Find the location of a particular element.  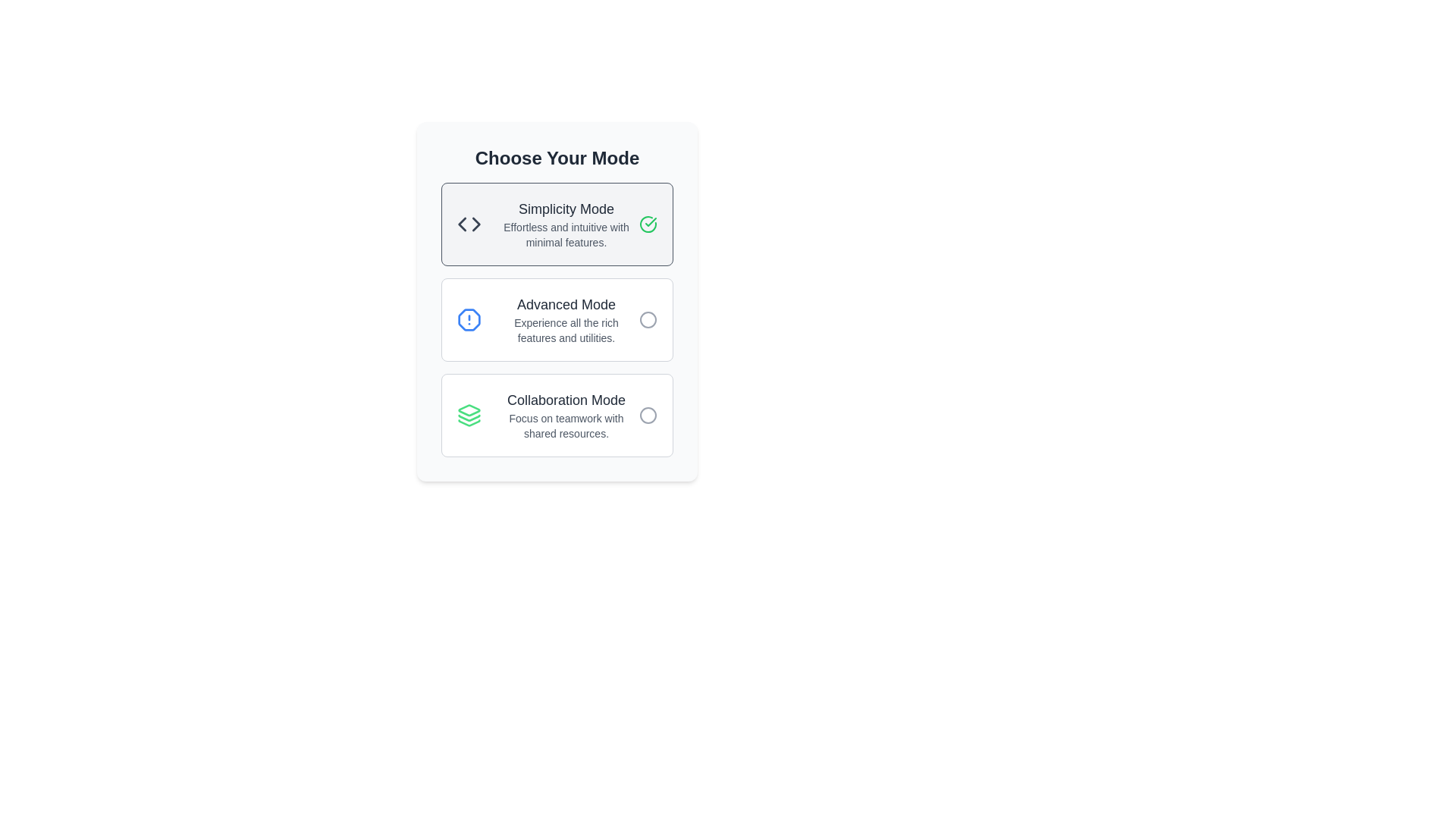

the warning or alert icon in the 'Advanced Mode' section of the vertically arranged list of options is located at coordinates (469, 318).